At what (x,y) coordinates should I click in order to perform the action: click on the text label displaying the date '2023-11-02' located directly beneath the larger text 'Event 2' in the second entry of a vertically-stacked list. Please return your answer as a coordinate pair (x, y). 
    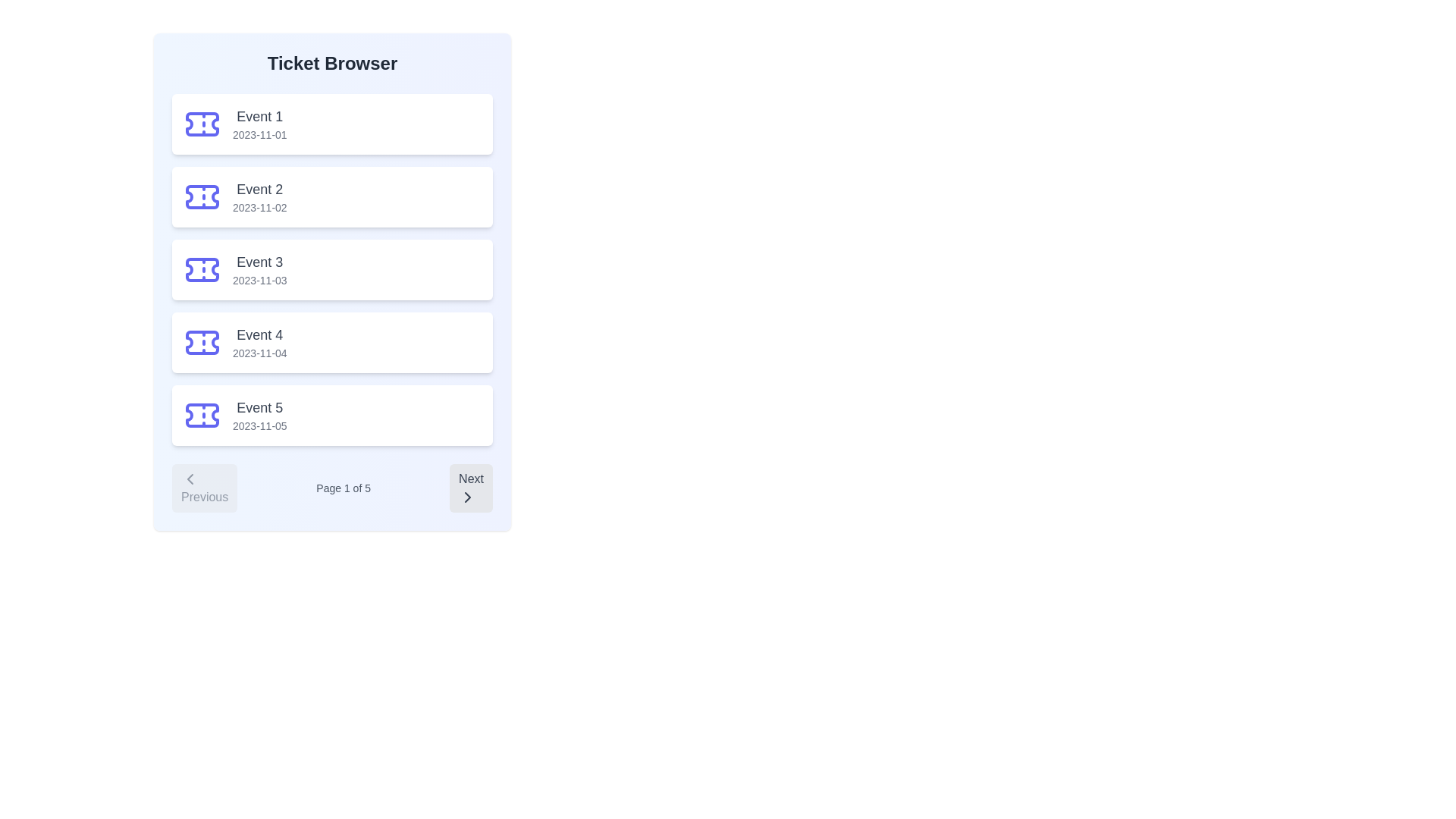
    Looking at the image, I should click on (259, 207).